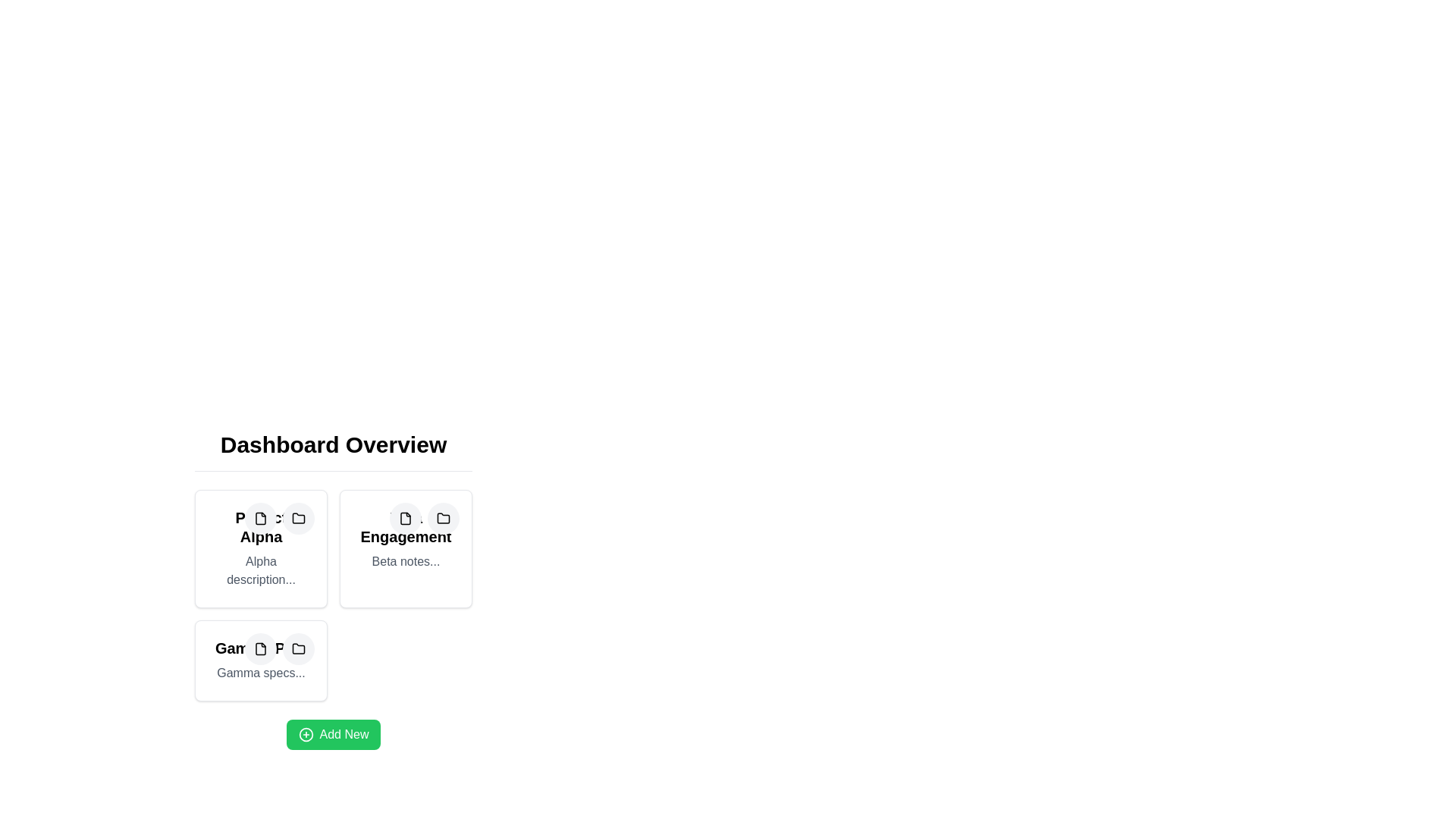 The width and height of the screenshot is (1456, 819). Describe the element at coordinates (333, 733) in the screenshot. I see `the 'Add New' button with a green background and white text` at that location.